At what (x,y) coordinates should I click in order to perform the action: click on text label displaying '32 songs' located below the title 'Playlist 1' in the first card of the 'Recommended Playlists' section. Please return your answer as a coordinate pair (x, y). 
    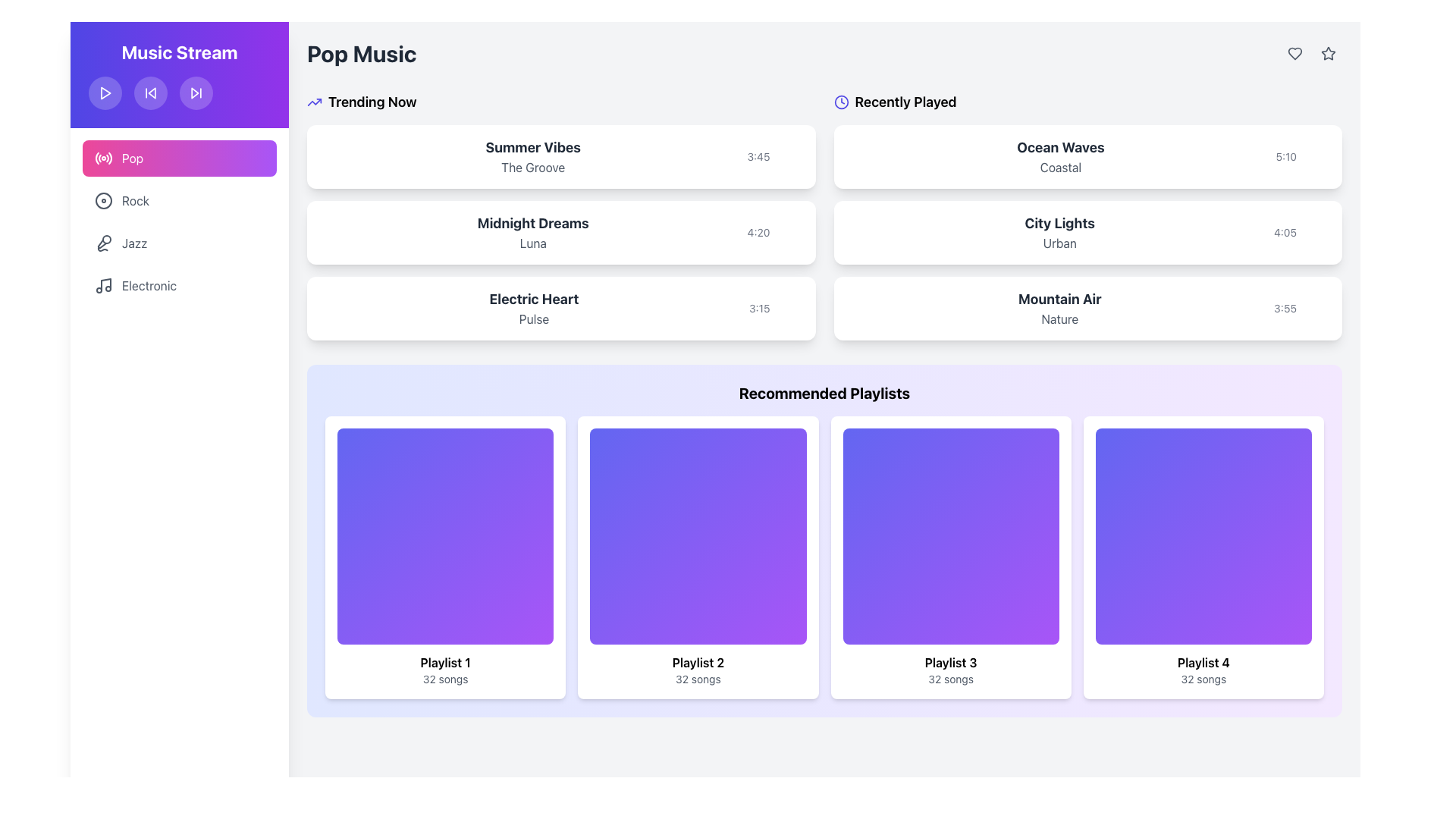
    Looking at the image, I should click on (444, 679).